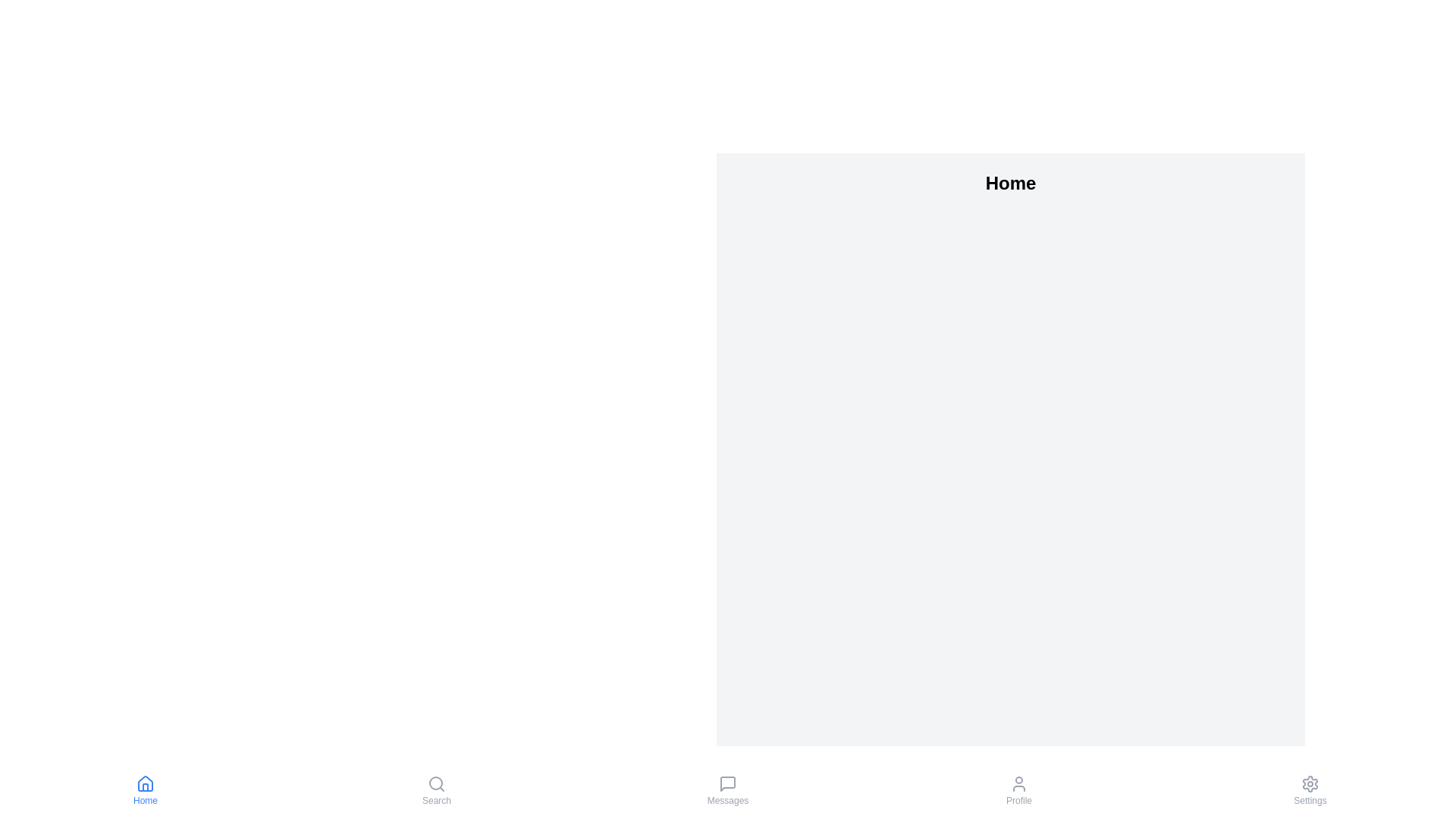 Image resolution: width=1456 pixels, height=819 pixels. What do you see at coordinates (436, 800) in the screenshot?
I see `the Text Label that serves as a label for the search functionality located in the bottom navigation bar, below the 'Search' icon` at bounding box center [436, 800].